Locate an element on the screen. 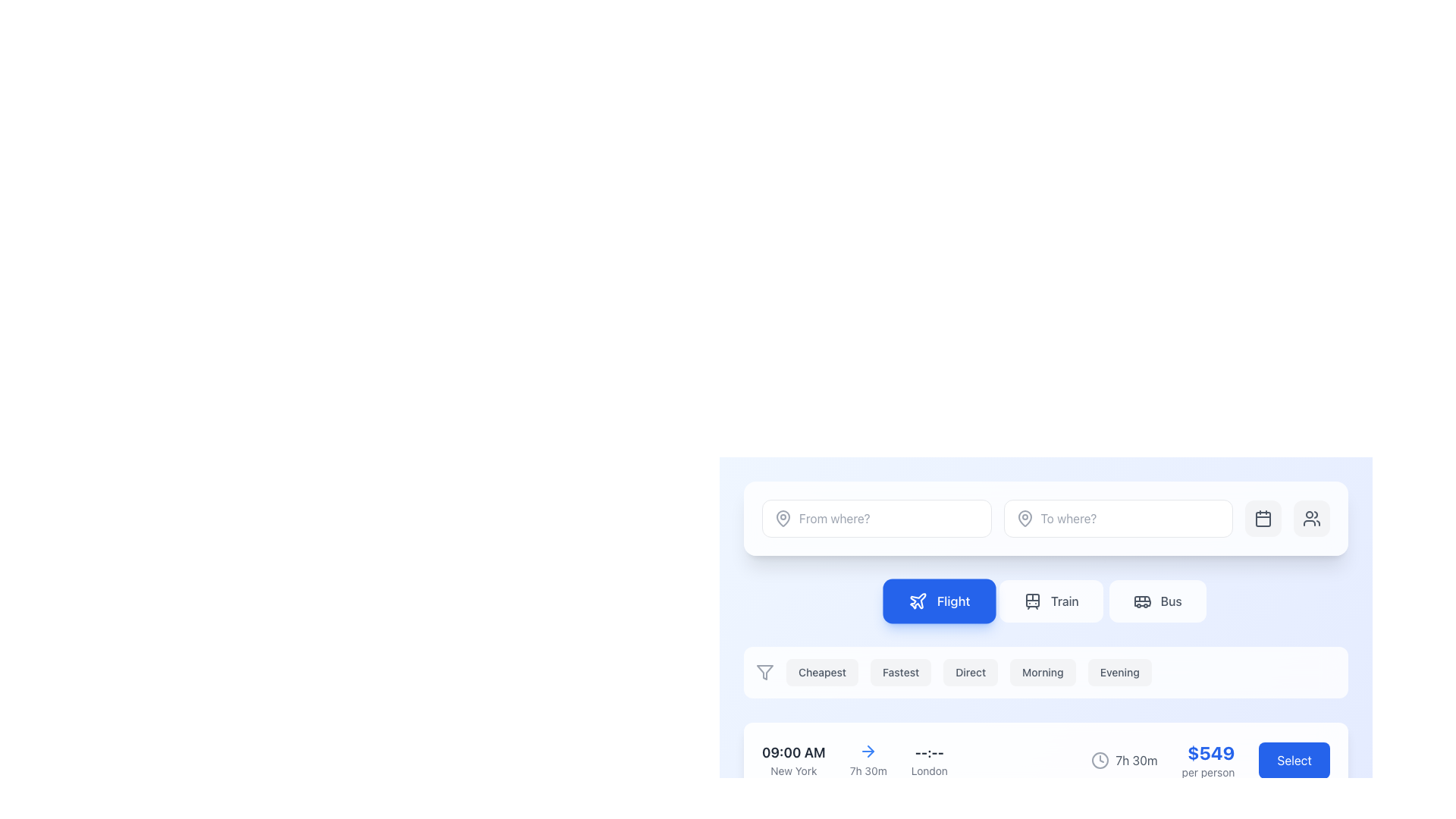 The image size is (1456, 819). bold text label displaying '09:00 AM' which indicates the departure time in the travel booking interface is located at coordinates (792, 752).